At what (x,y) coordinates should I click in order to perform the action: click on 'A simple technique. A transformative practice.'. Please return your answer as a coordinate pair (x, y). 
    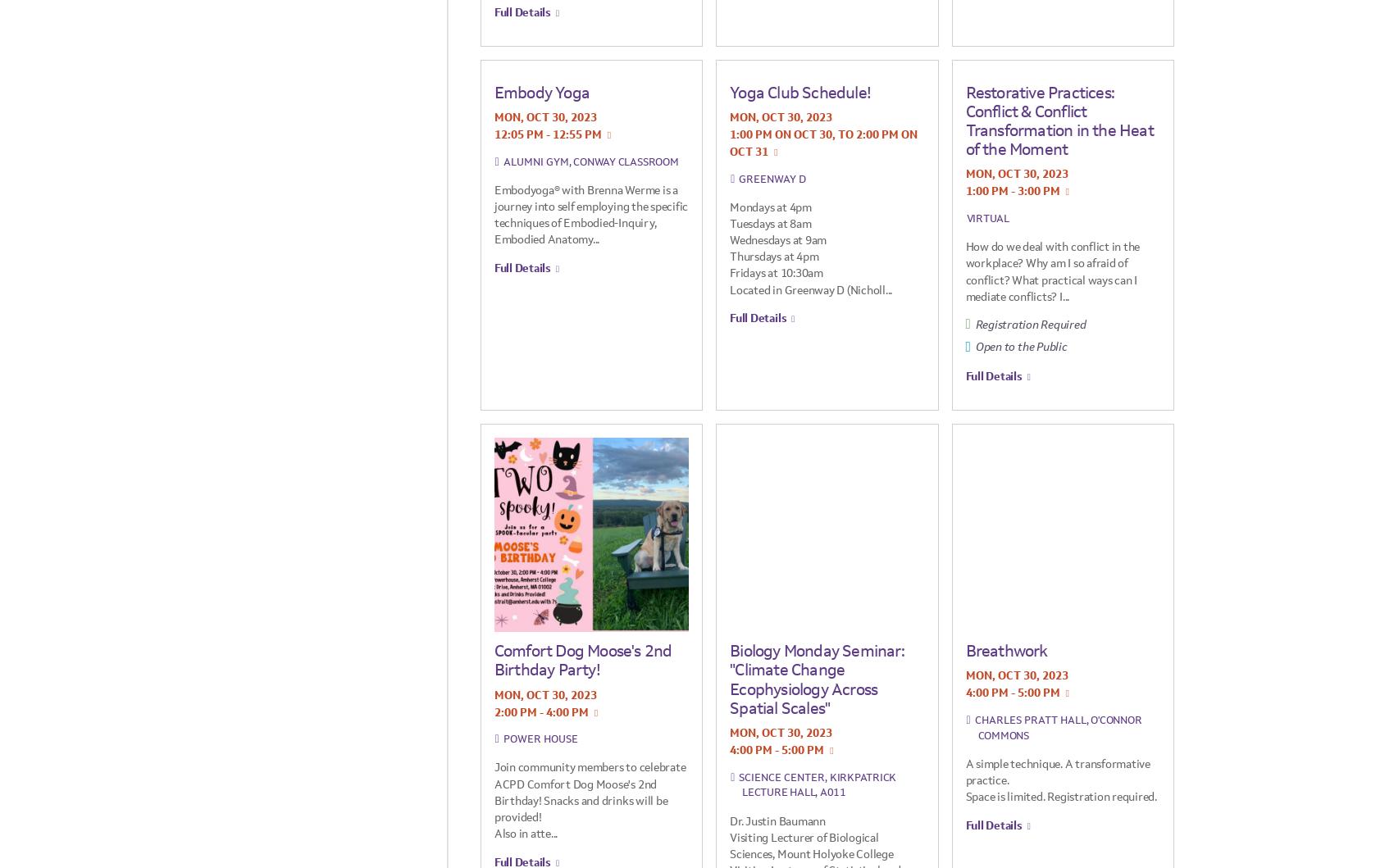
    Looking at the image, I should click on (1057, 771).